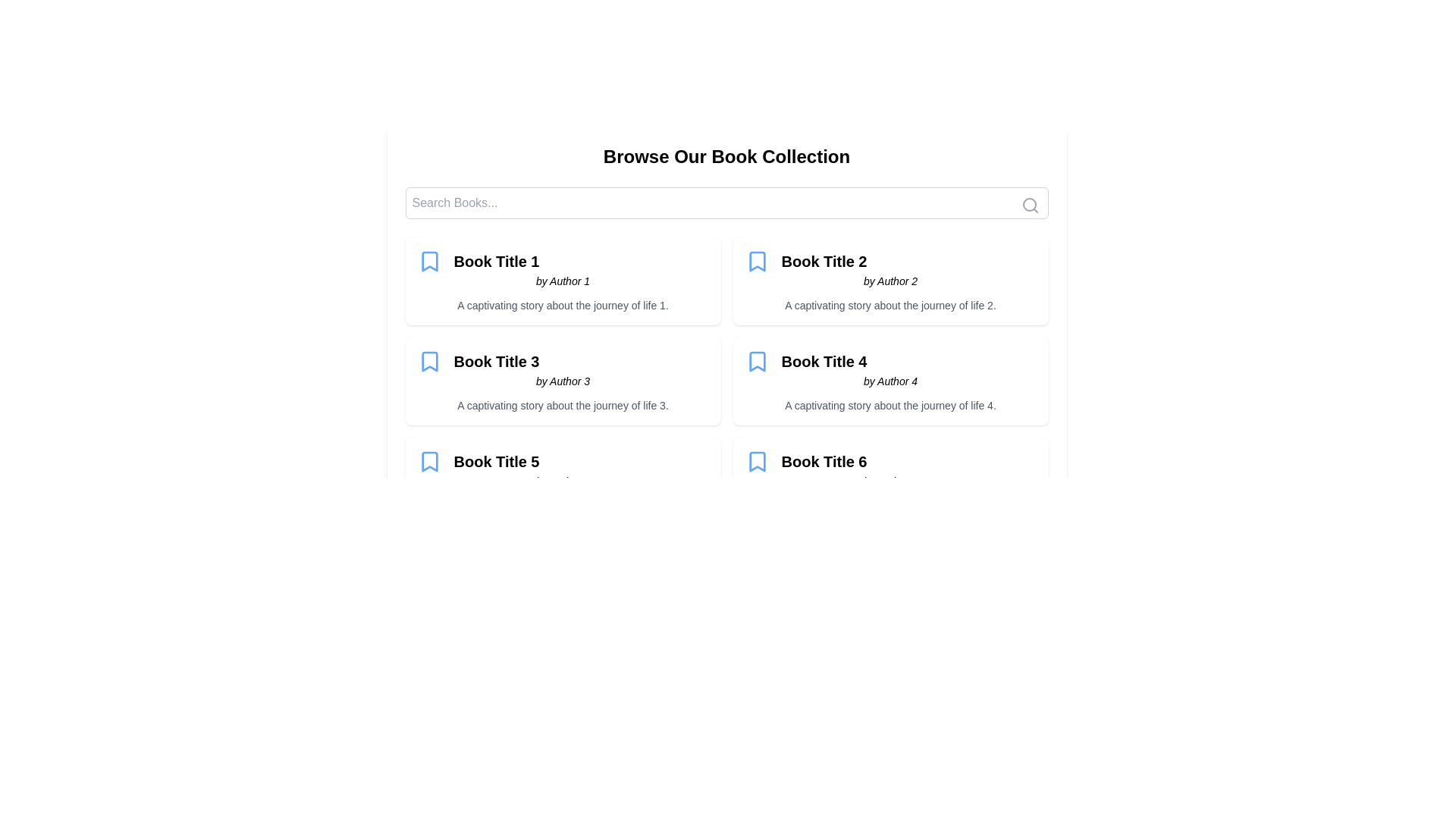  Describe the element at coordinates (1029, 205) in the screenshot. I see `the central circular component of the magnifying glass icon located at the top-right of the search input box` at that location.